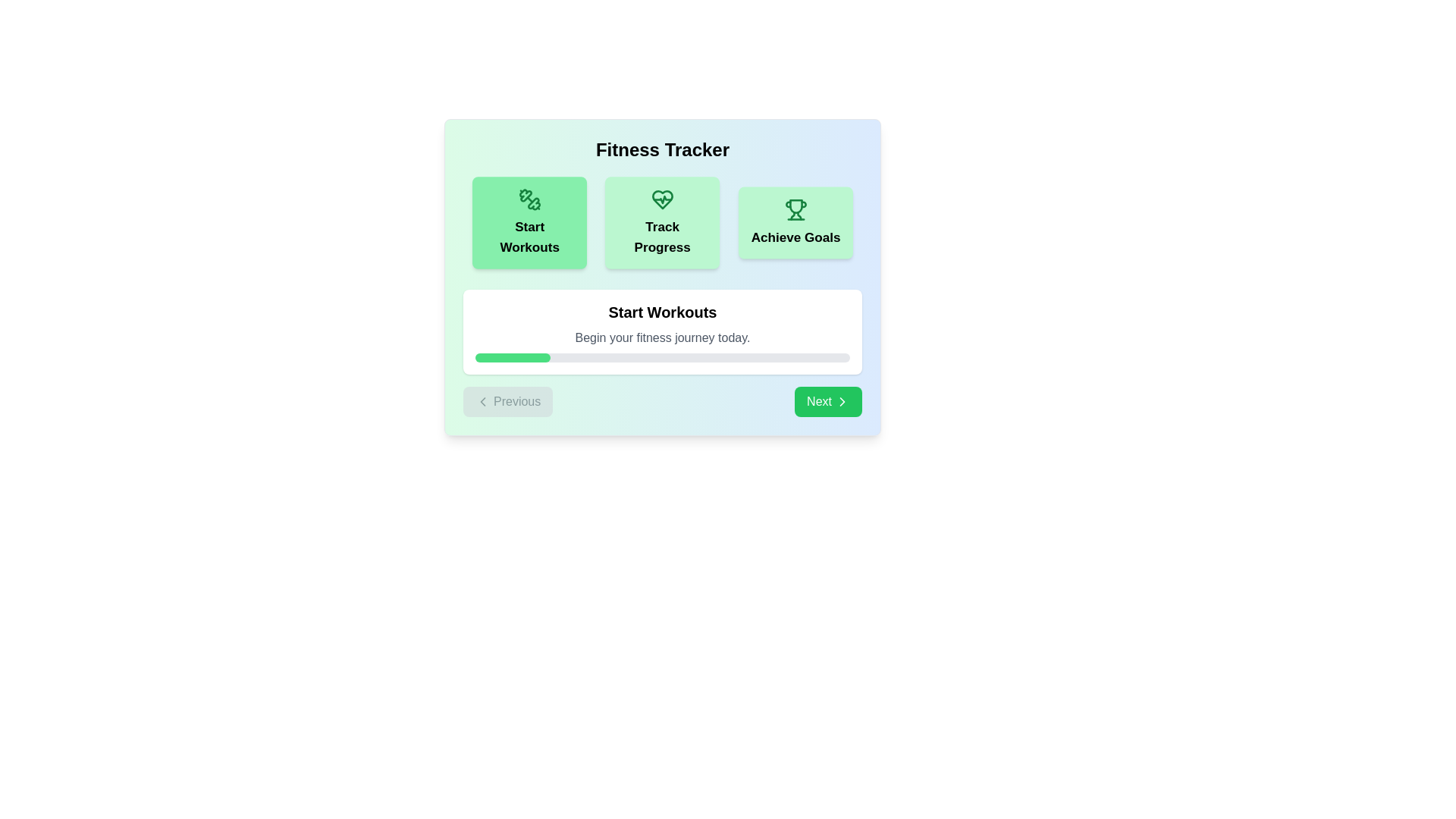 This screenshot has height=819, width=1456. I want to click on the green dumbbell icon in the 'Start Workouts' card, so click(529, 199).